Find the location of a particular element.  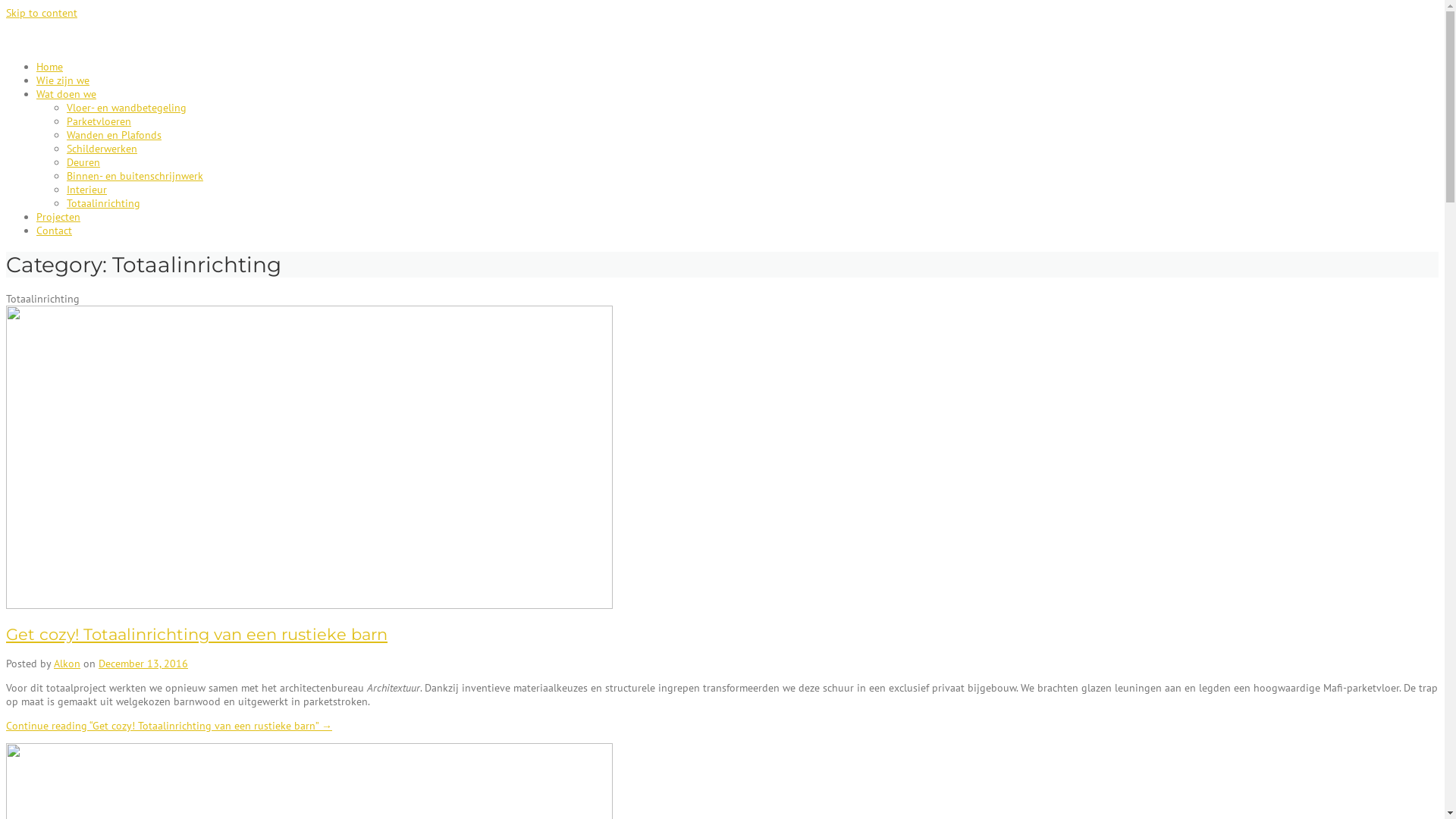

'Parketvloeren' is located at coordinates (98, 120).